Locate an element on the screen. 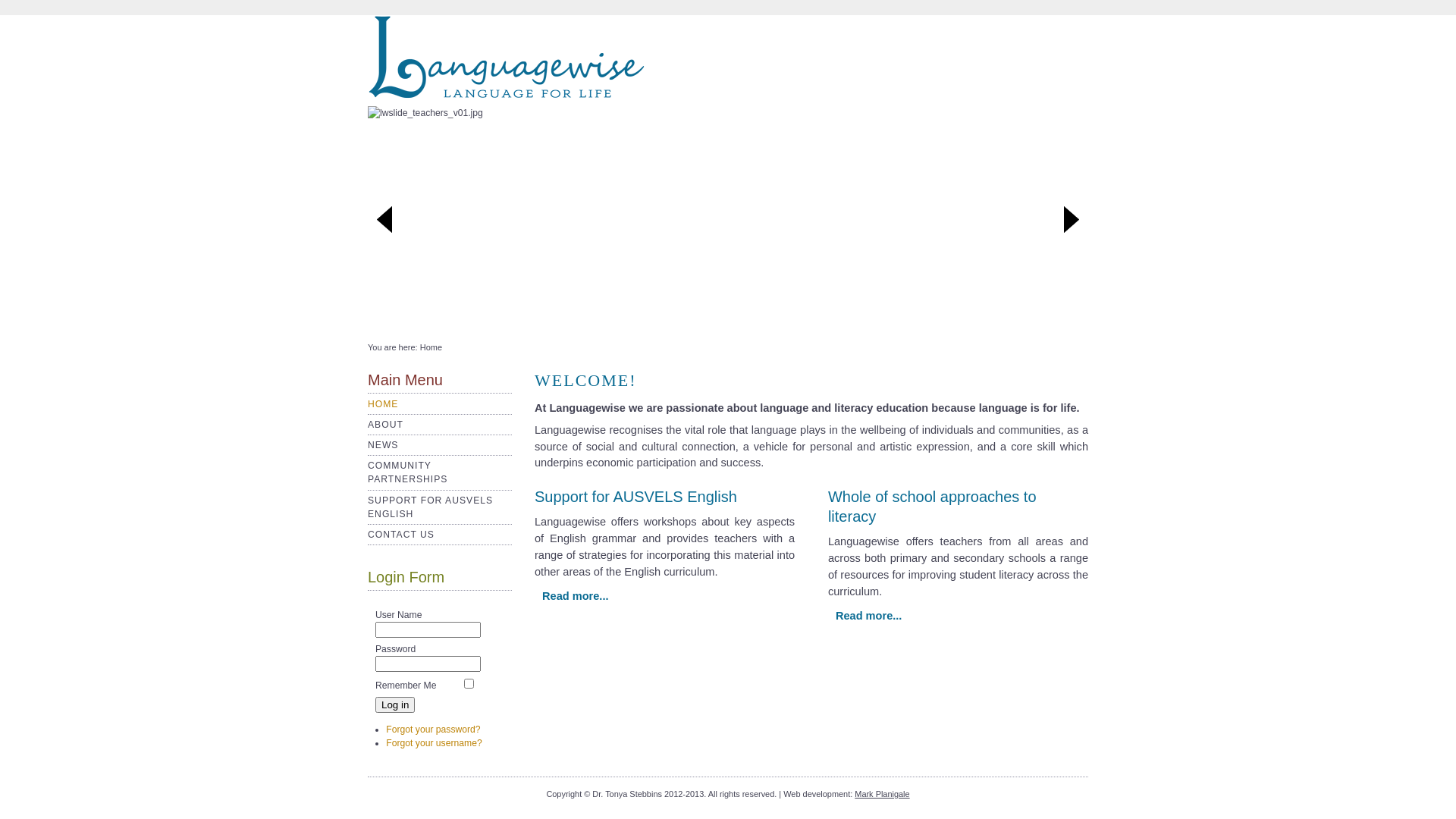 The height and width of the screenshot is (819, 1456). 'Read more...' is located at coordinates (574, 595).